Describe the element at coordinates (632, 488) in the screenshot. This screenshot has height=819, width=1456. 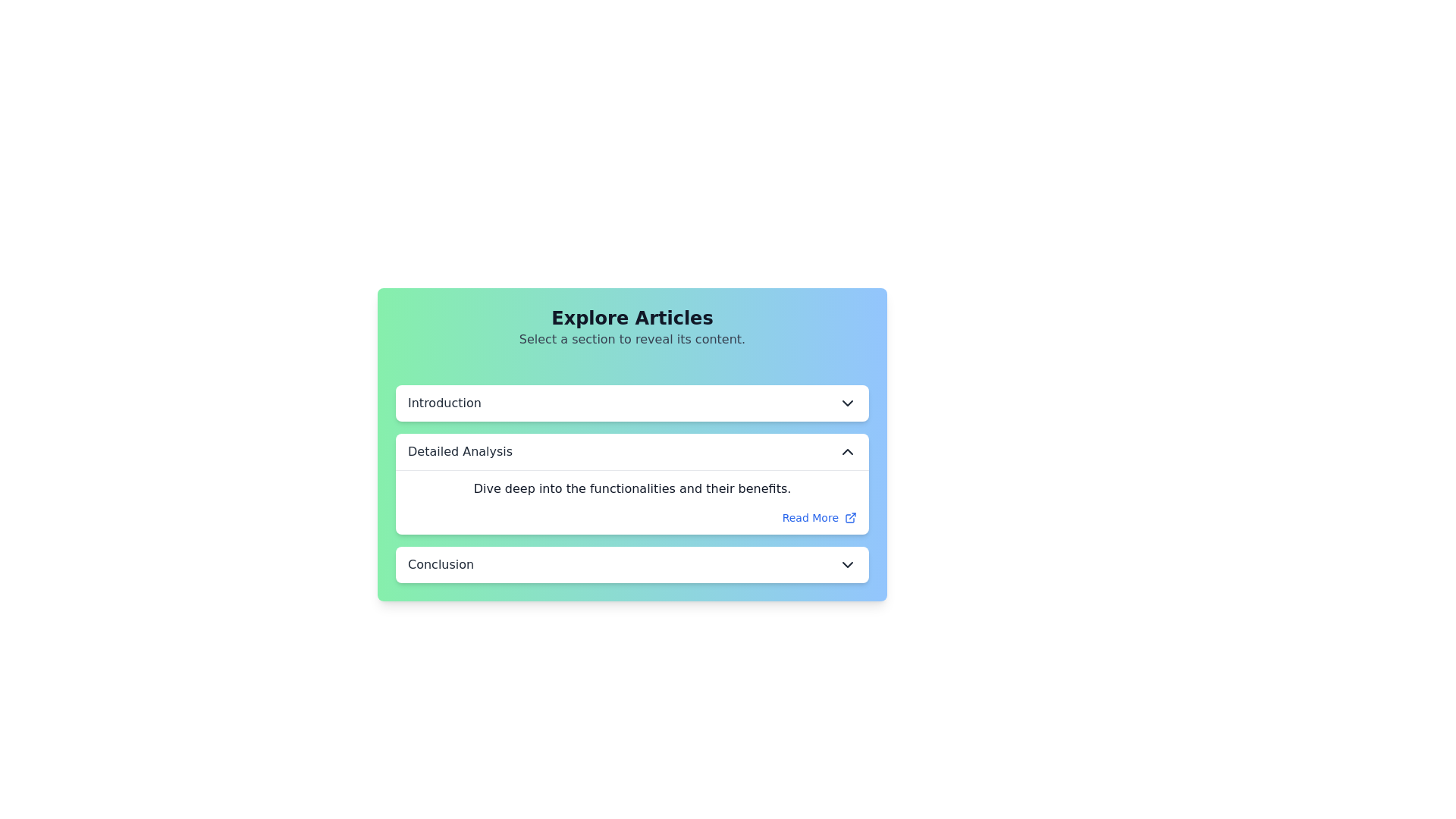
I see `the label displaying the text 'Dive deep into the functionalities and their benefits.' which is located in the 'Detailed Analysis' section near the top-center of the interface` at that location.